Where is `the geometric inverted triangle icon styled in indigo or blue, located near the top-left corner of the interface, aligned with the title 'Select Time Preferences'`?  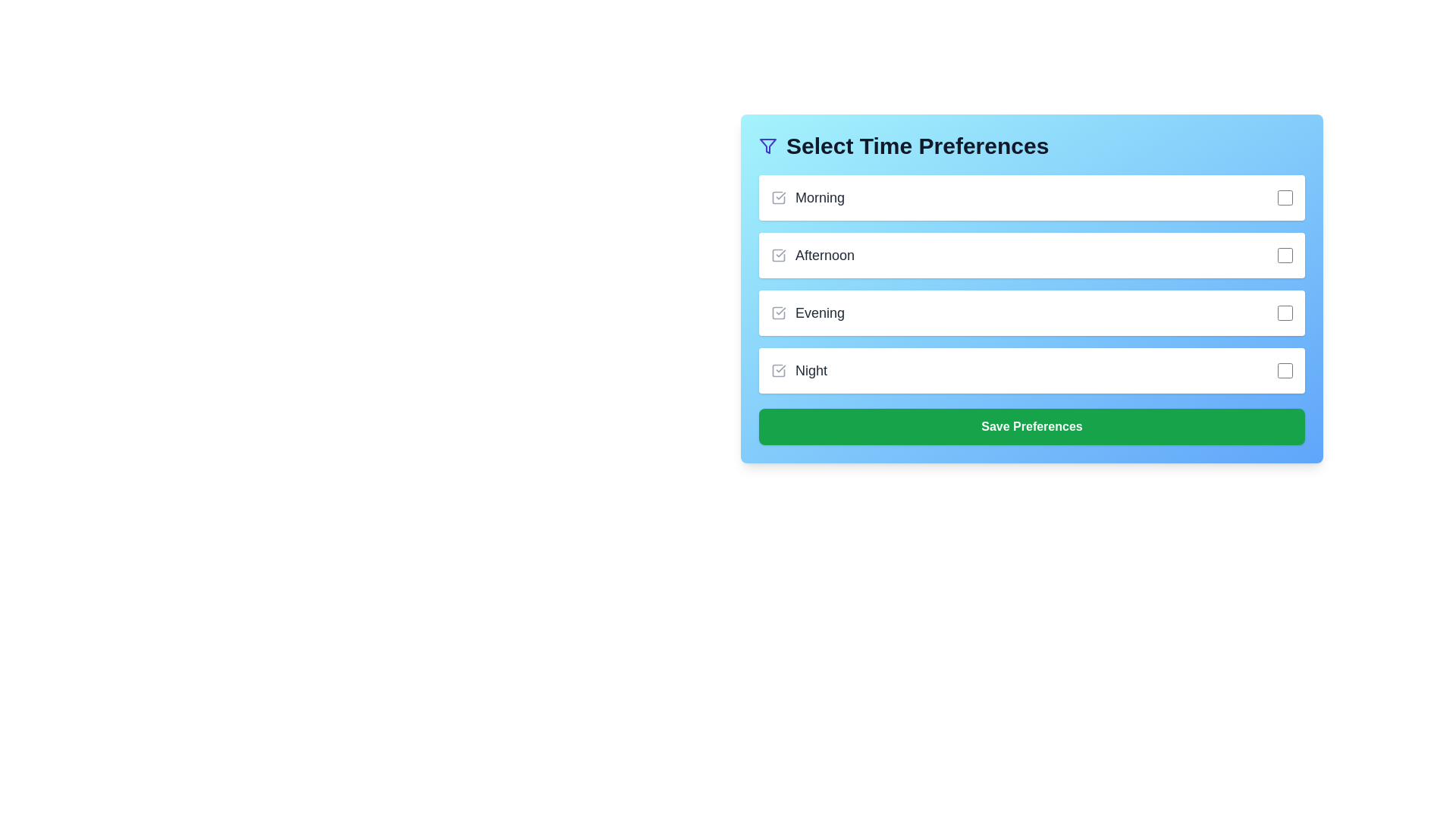
the geometric inverted triangle icon styled in indigo or blue, located near the top-left corner of the interface, aligned with the title 'Select Time Preferences' is located at coordinates (767, 146).